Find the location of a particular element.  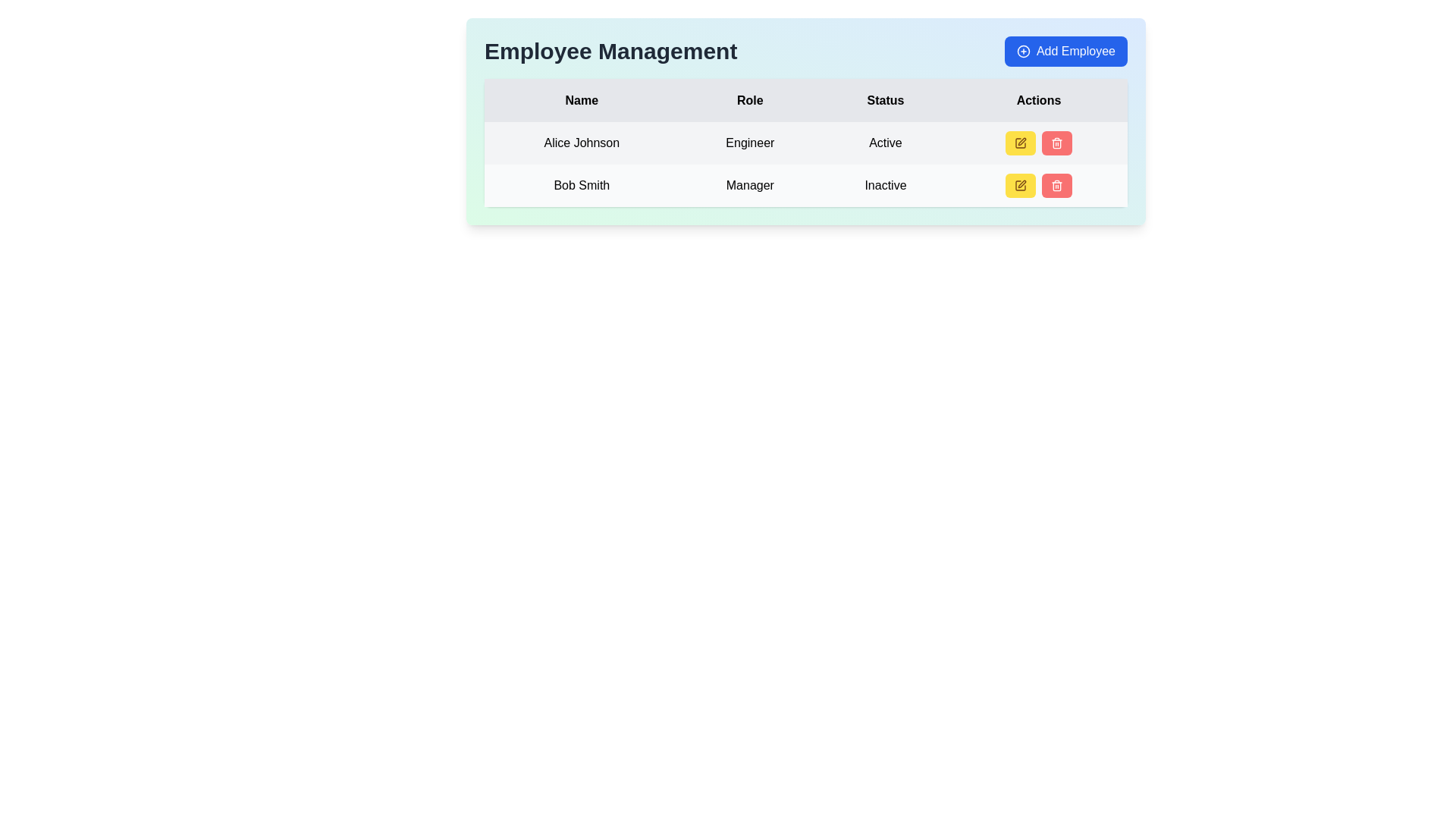

the 'Add Employee' button with rounded corners, blue background, and white text is located at coordinates (1065, 51).